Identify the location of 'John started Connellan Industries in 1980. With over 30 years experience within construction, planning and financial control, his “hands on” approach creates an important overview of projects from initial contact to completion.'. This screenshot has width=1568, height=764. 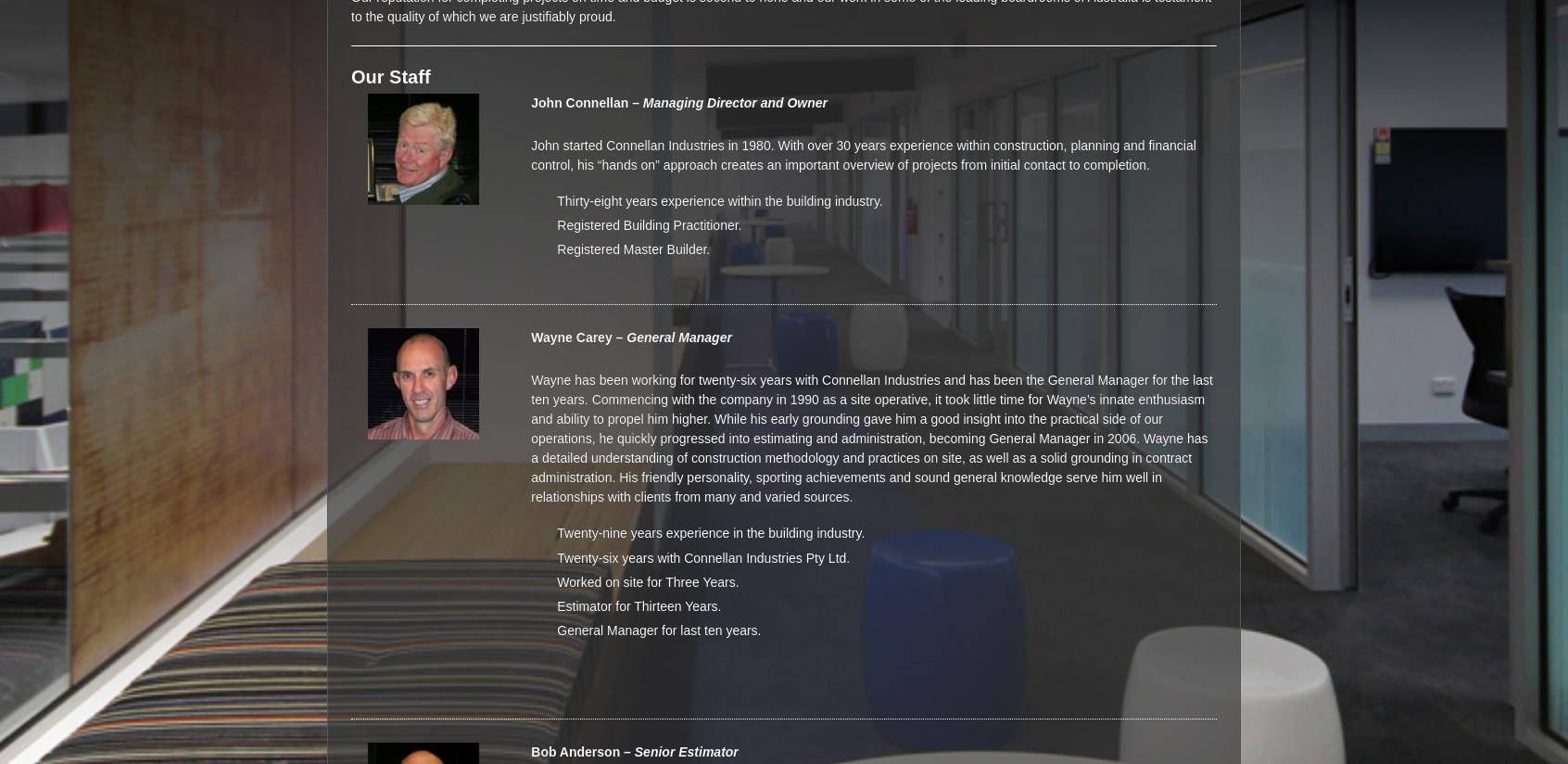
(530, 153).